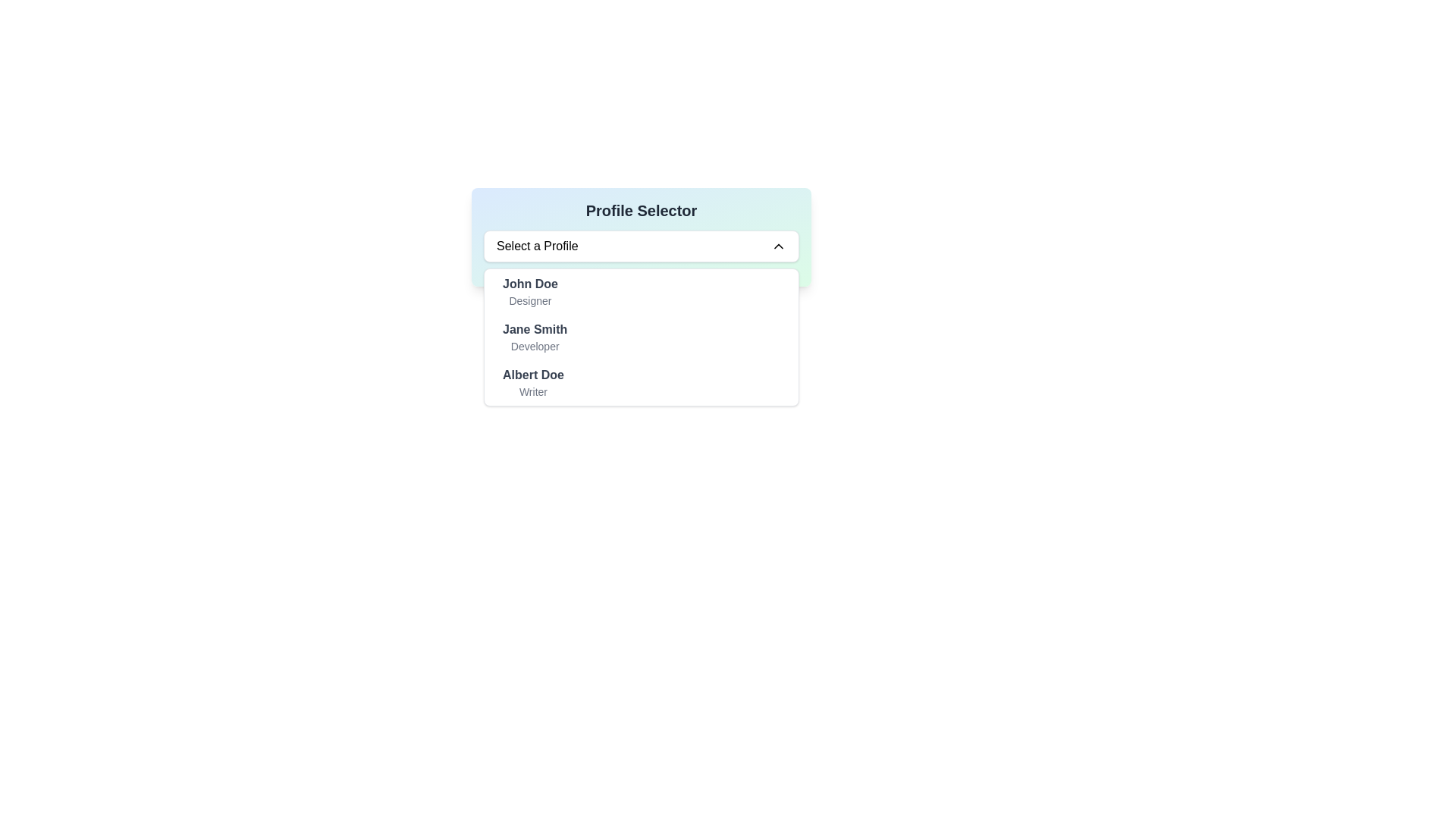 The width and height of the screenshot is (1456, 819). I want to click on the static text label that provides additional detail for 'Albert Doe', located directly beneath the 'Albert Doe' text, so click(533, 391).